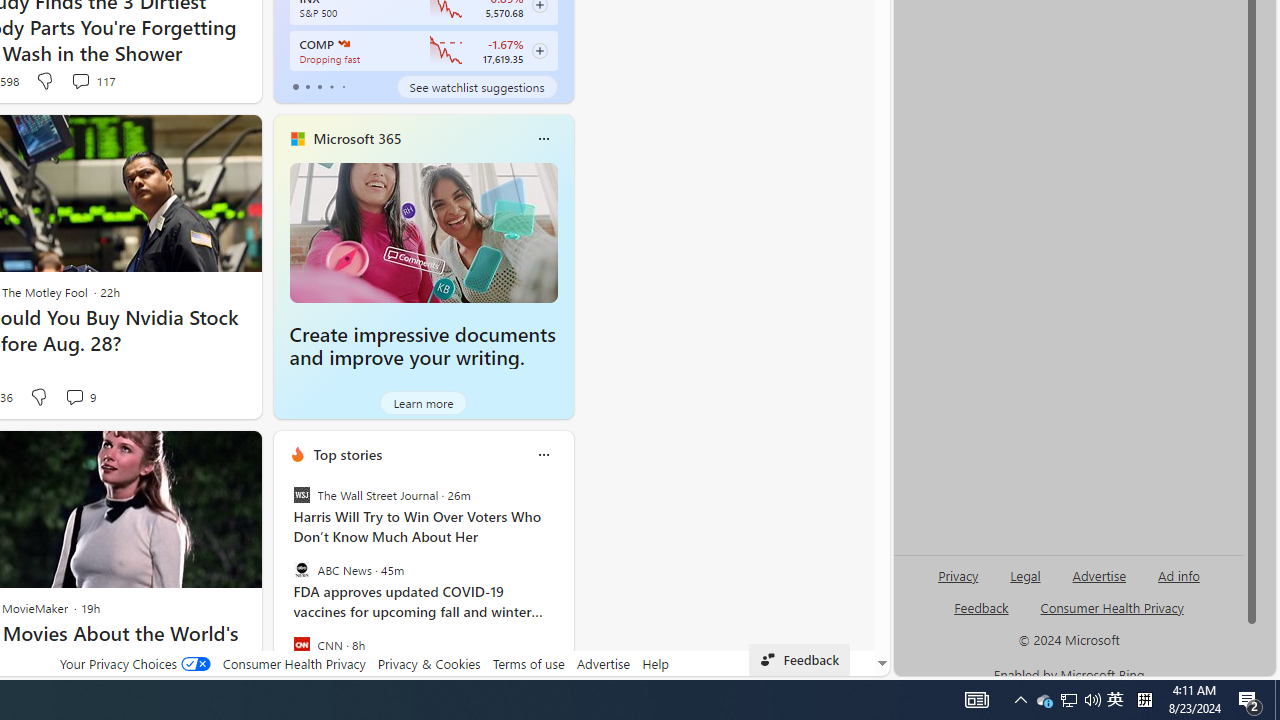 This screenshot has width=1280, height=720. What do you see at coordinates (300, 570) in the screenshot?
I see `'ABC News'` at bounding box center [300, 570].